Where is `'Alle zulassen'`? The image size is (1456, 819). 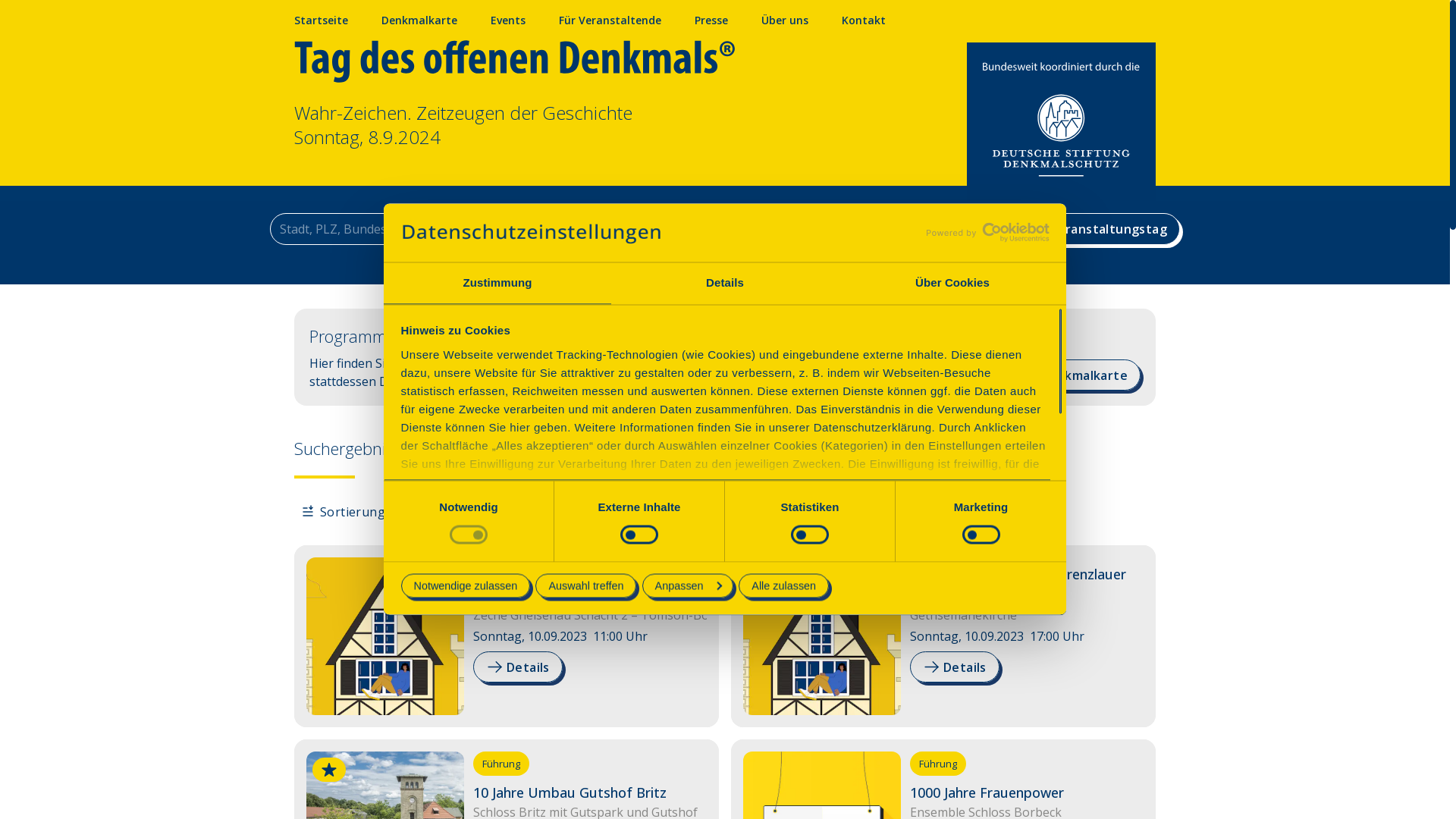 'Alle zulassen' is located at coordinates (783, 584).